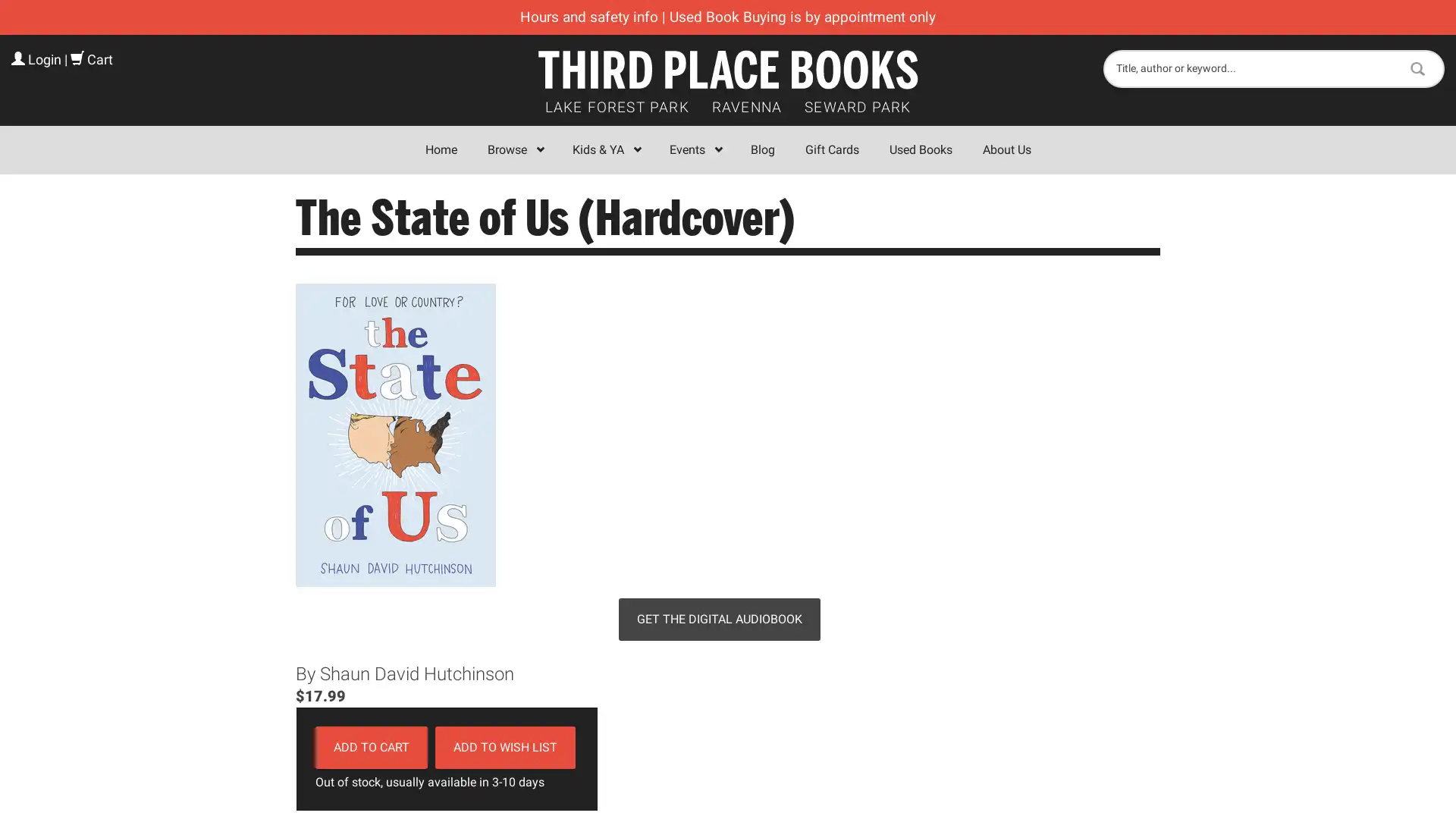 The height and width of the screenshot is (819, 1456). Describe the element at coordinates (371, 745) in the screenshot. I see `Add to Cart` at that location.